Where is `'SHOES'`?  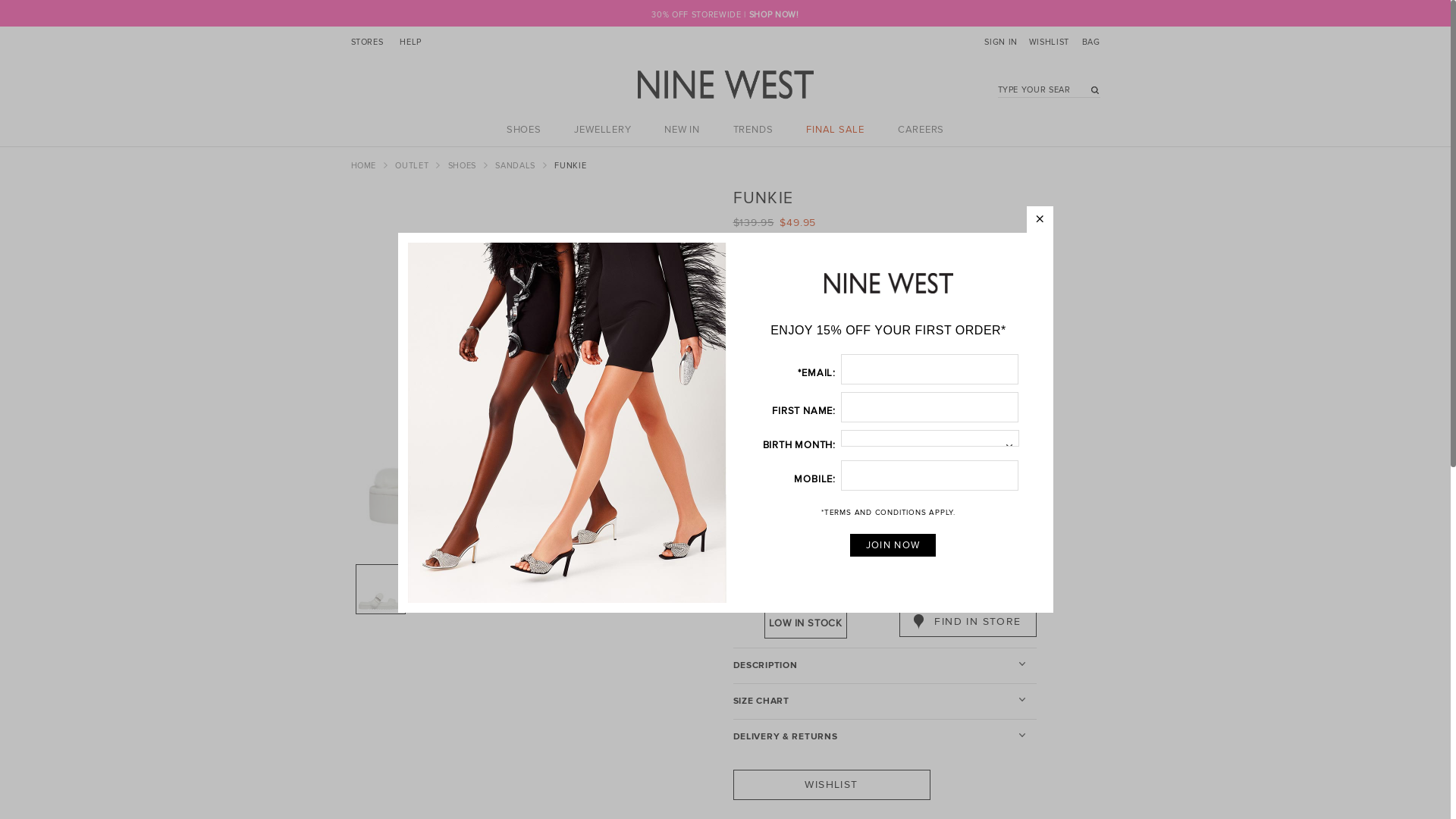 'SHOES' is located at coordinates (463, 165).